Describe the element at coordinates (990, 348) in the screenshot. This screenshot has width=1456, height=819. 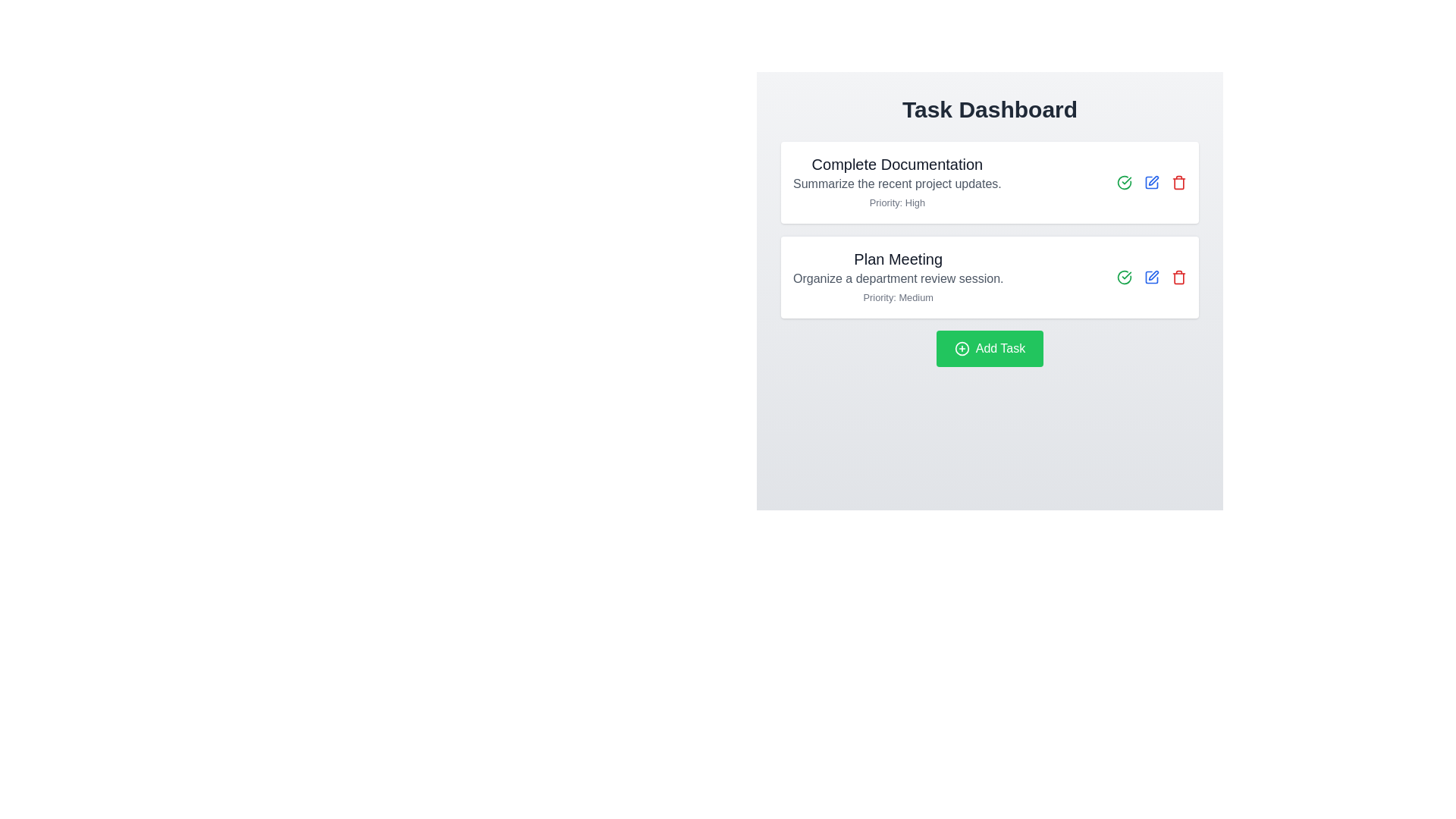
I see `the 'Add Task' button, which is a rectangular green button with rounded edges, displaying the text 'Add Task' and a circular plus icon, located at the bottom of the task list section` at that location.